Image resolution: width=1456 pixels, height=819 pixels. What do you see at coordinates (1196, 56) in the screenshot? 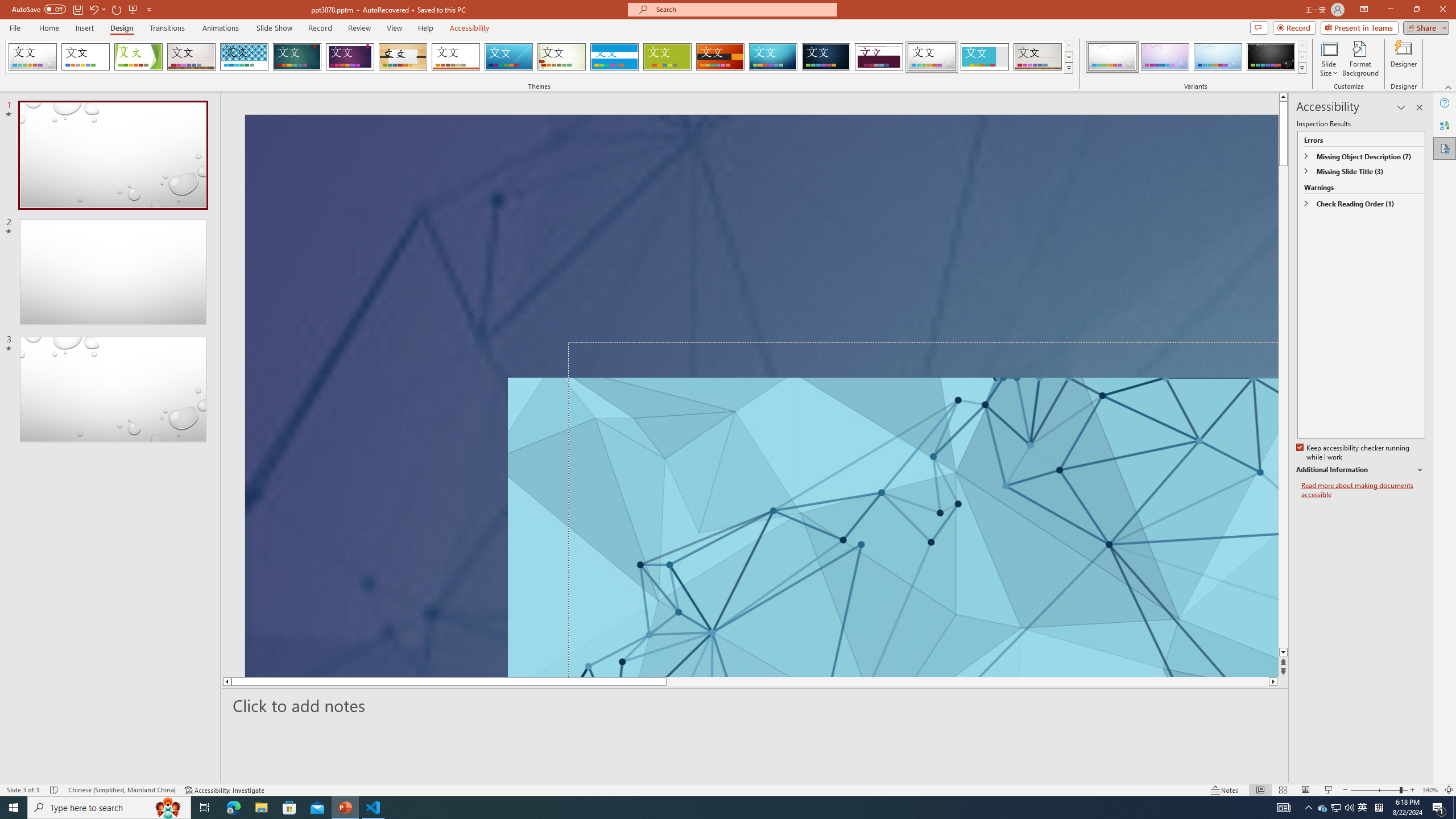
I see `'AutomationID: ThemeVariantsGallery'` at bounding box center [1196, 56].